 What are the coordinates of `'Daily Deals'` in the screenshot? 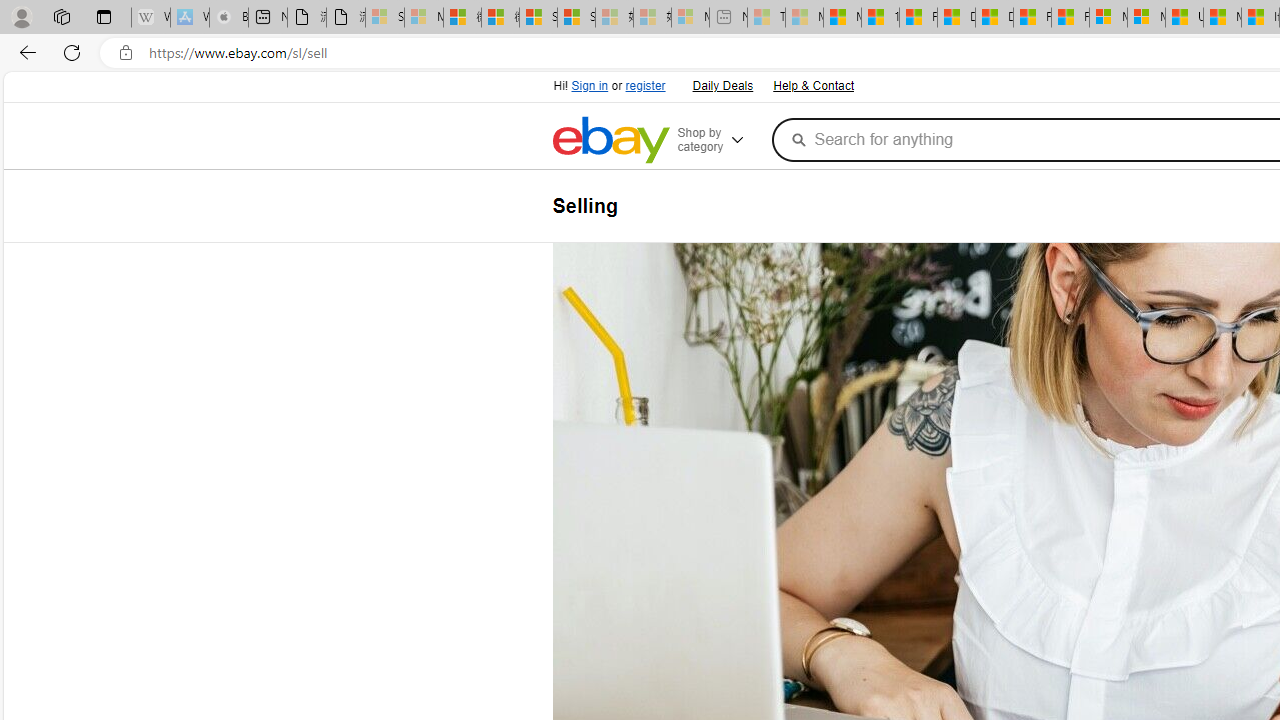 It's located at (720, 83).